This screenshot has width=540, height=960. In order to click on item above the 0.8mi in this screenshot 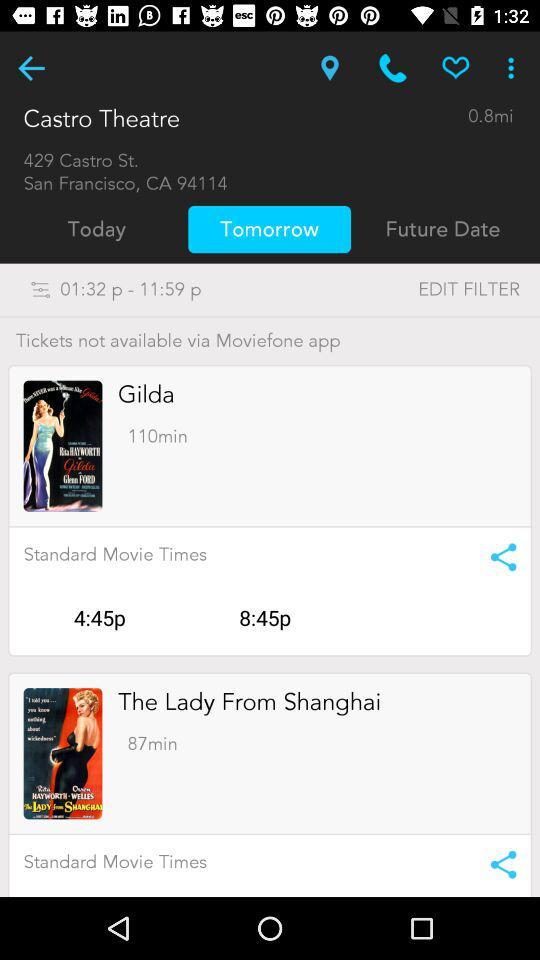, I will do `click(513, 68)`.